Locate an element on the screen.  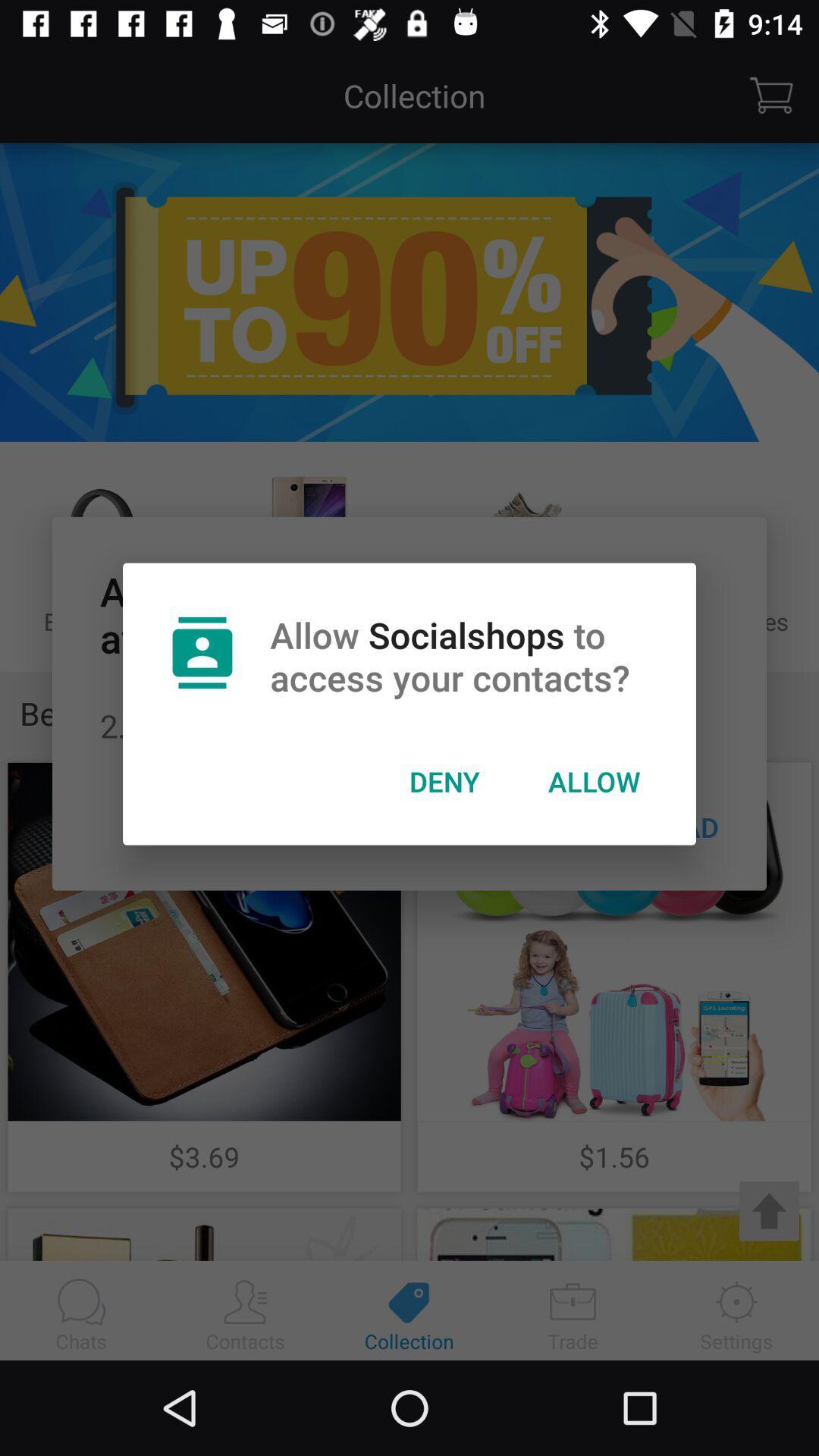
app below the allow socialshops to item is located at coordinates (444, 781).